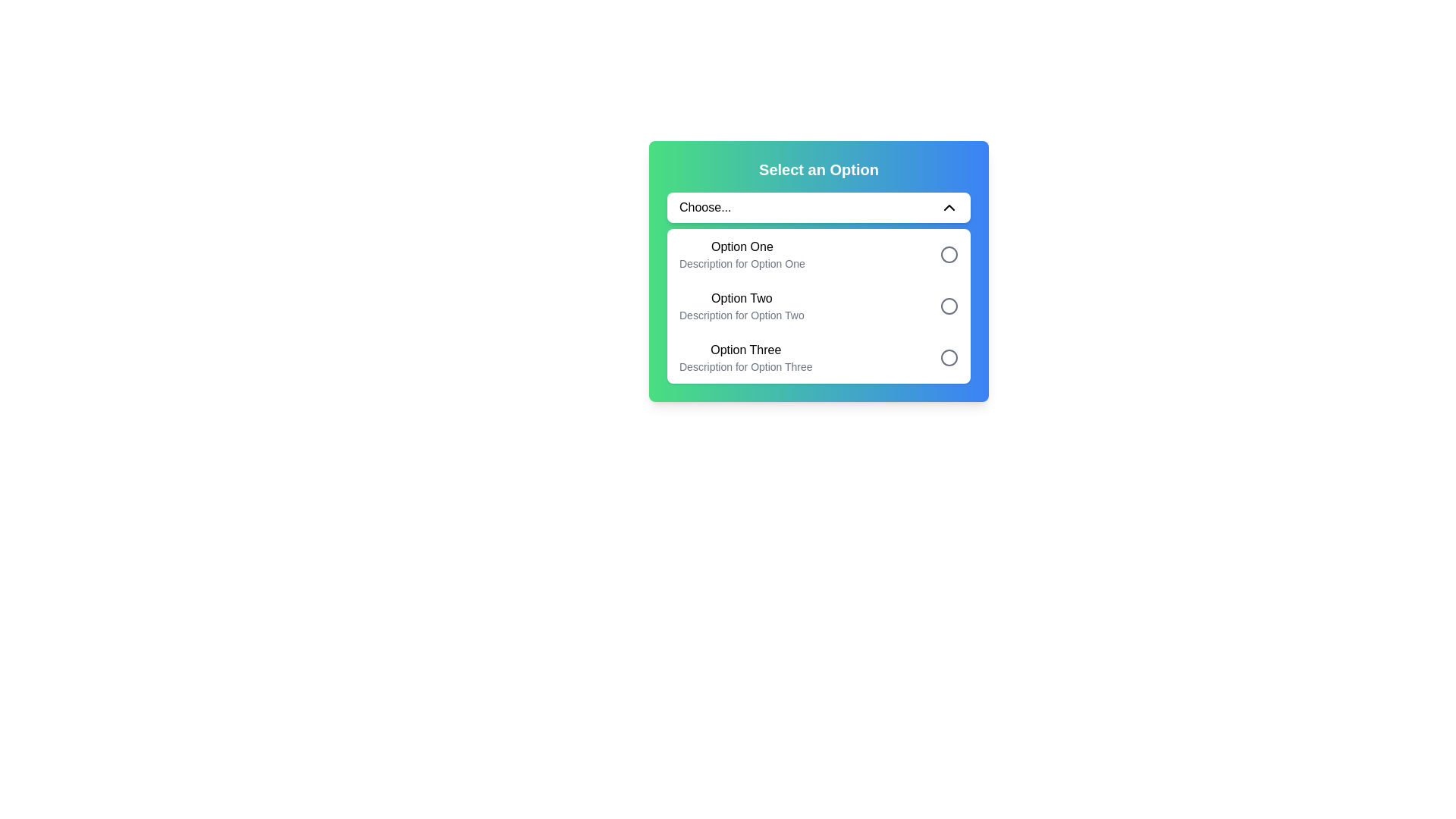 This screenshot has width=1456, height=819. Describe the element at coordinates (949, 357) in the screenshot. I see `the rightmost radio button for 'Option Three' in the dropdown list` at that location.